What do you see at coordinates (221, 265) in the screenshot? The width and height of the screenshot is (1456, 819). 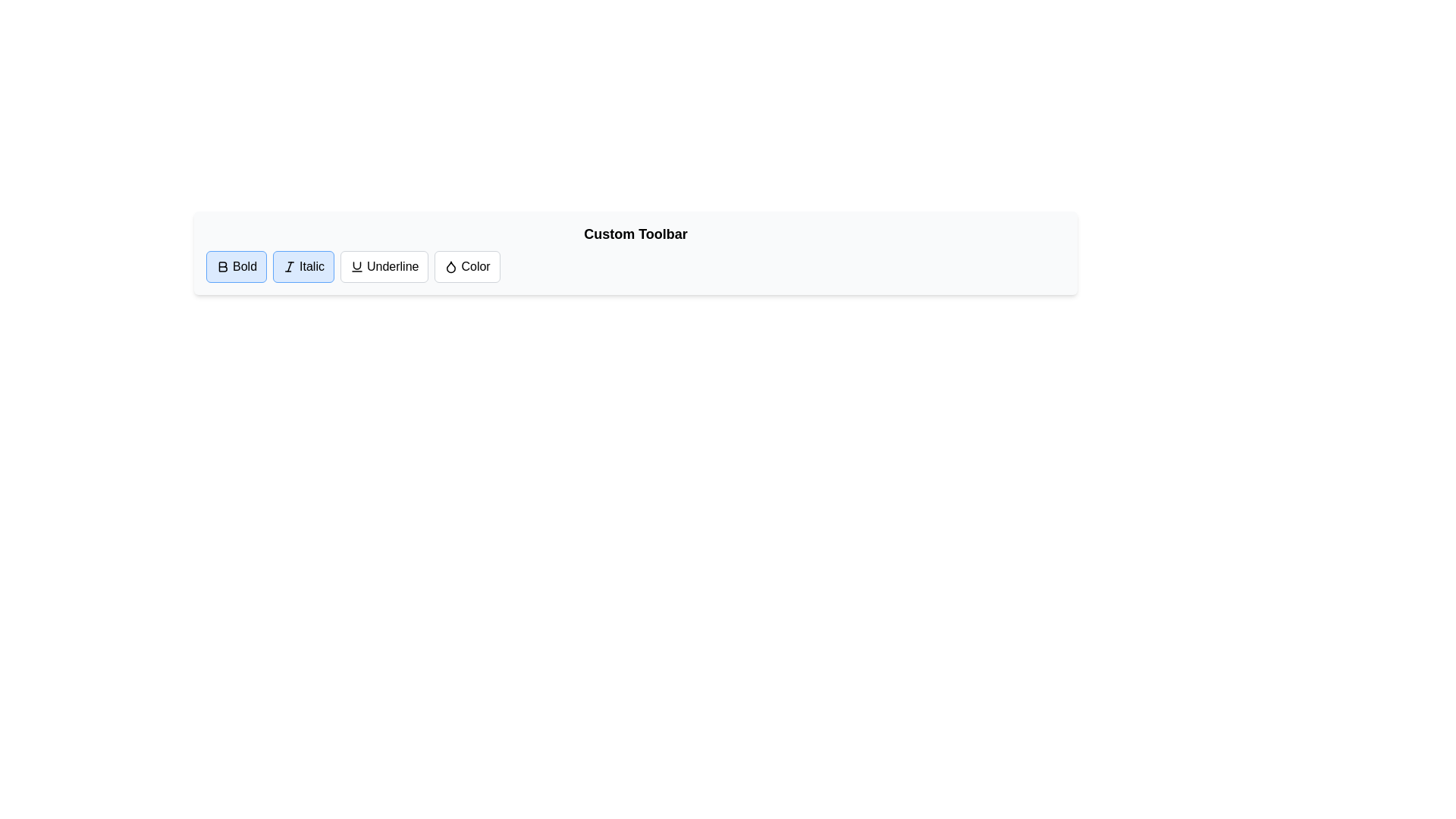 I see `the bold 'B' icon within the 'Bold' button in the toolbar` at bounding box center [221, 265].